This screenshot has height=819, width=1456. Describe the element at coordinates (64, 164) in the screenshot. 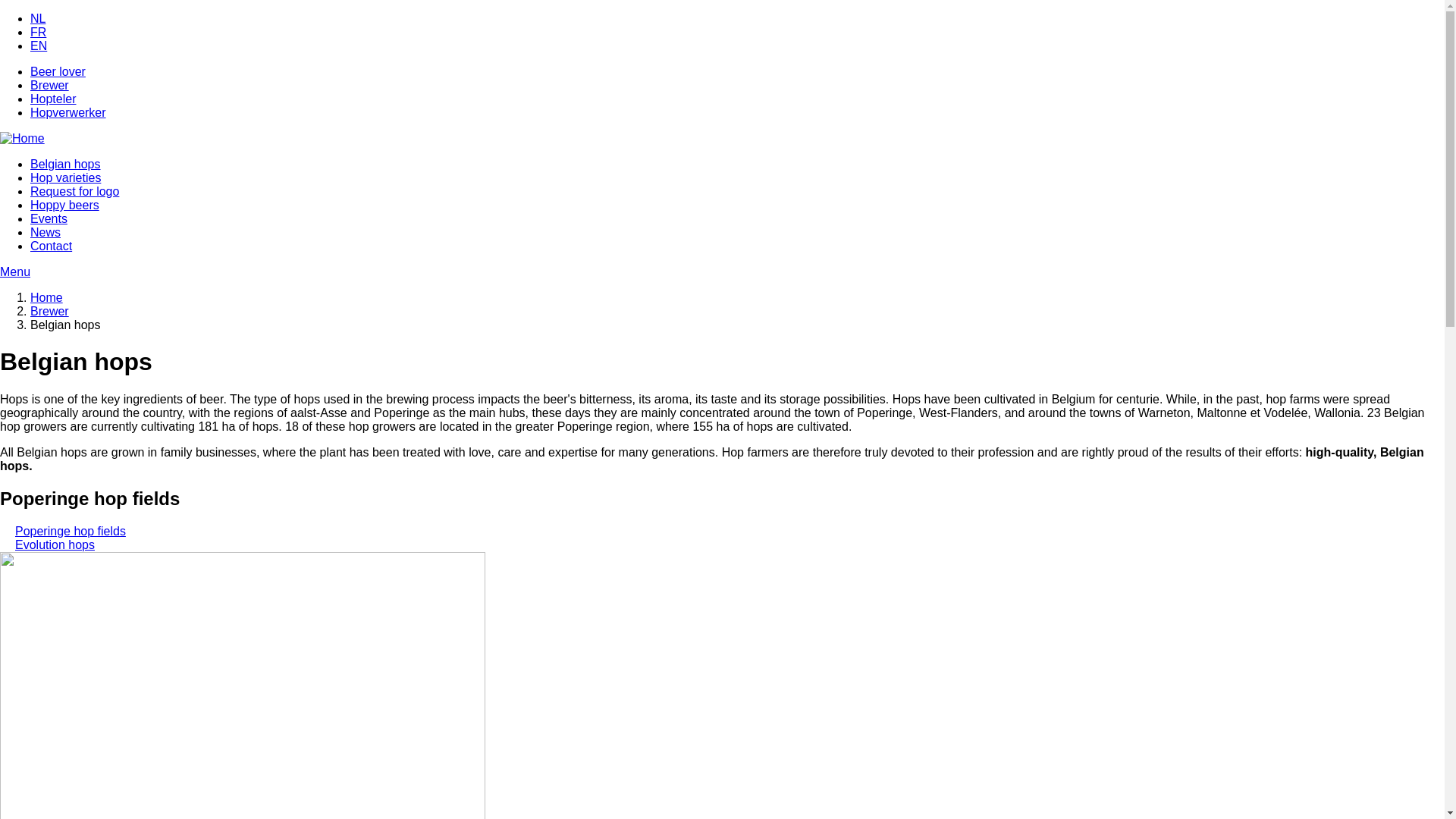

I see `'Belgian hops'` at that location.